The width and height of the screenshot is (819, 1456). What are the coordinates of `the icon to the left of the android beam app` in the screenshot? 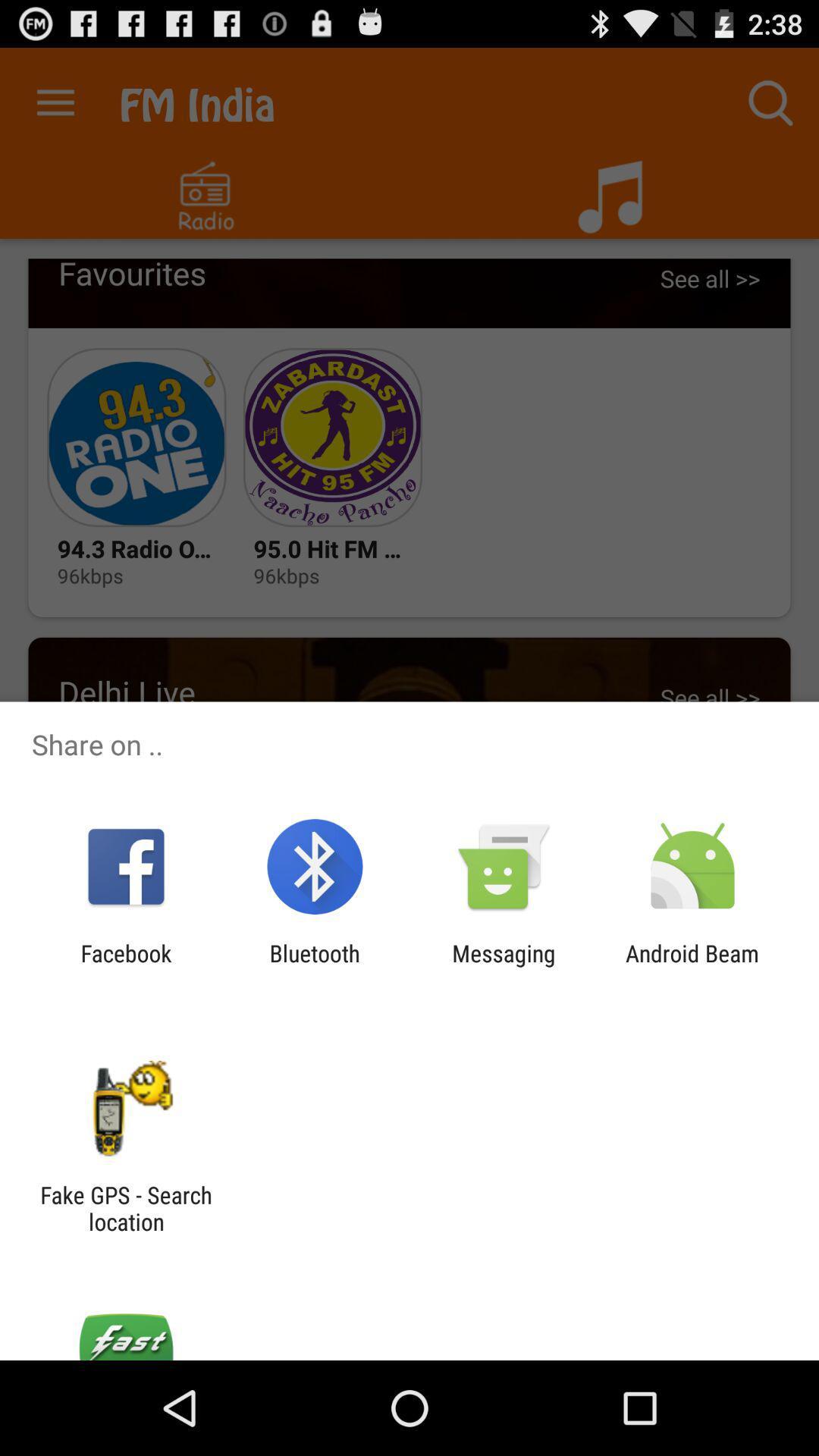 It's located at (504, 966).